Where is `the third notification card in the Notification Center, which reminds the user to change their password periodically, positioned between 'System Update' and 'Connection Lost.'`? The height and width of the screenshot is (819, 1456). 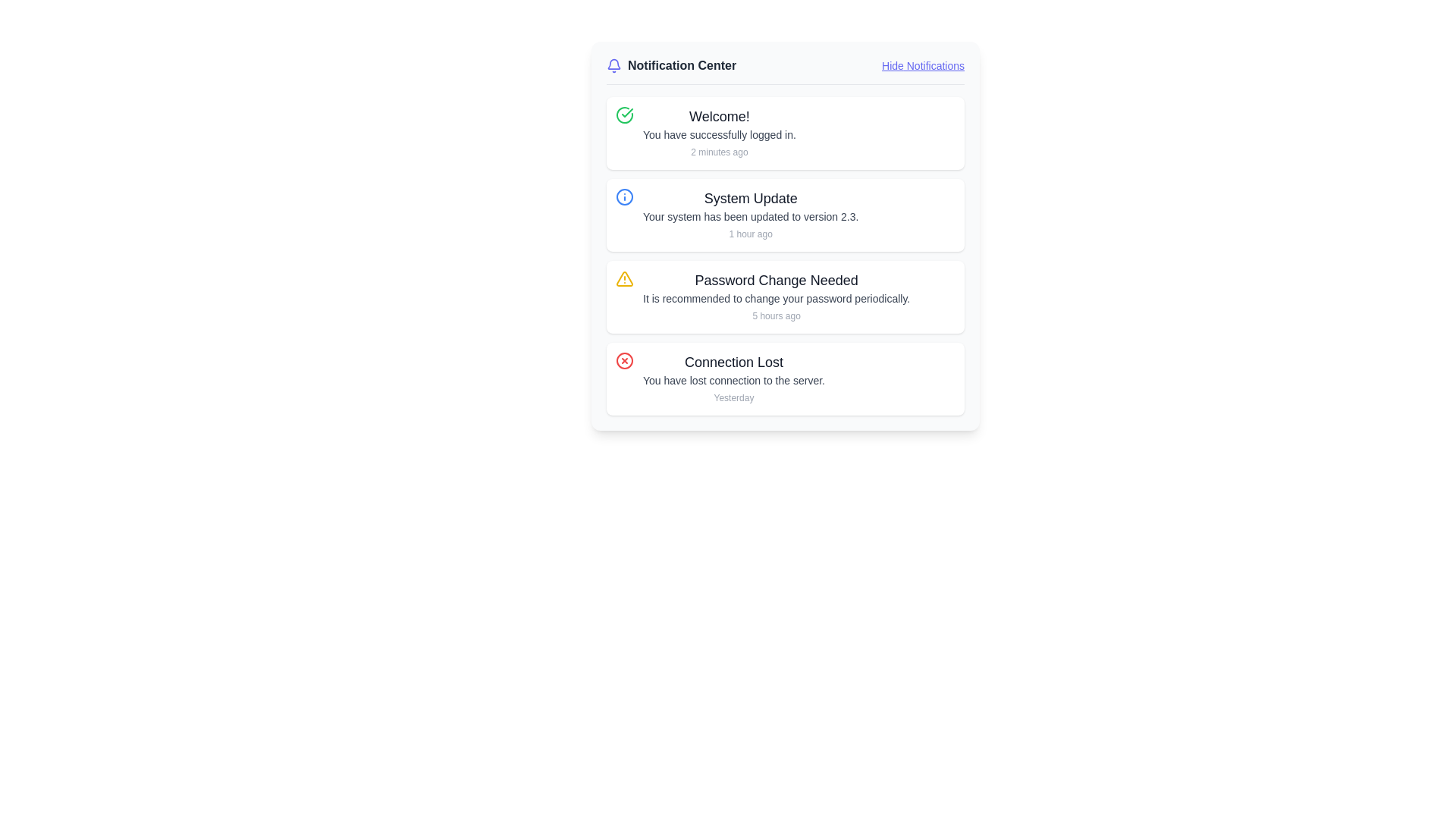 the third notification card in the Notification Center, which reminds the user to change their password periodically, positioned between 'System Update' and 'Connection Lost.' is located at coordinates (786, 297).